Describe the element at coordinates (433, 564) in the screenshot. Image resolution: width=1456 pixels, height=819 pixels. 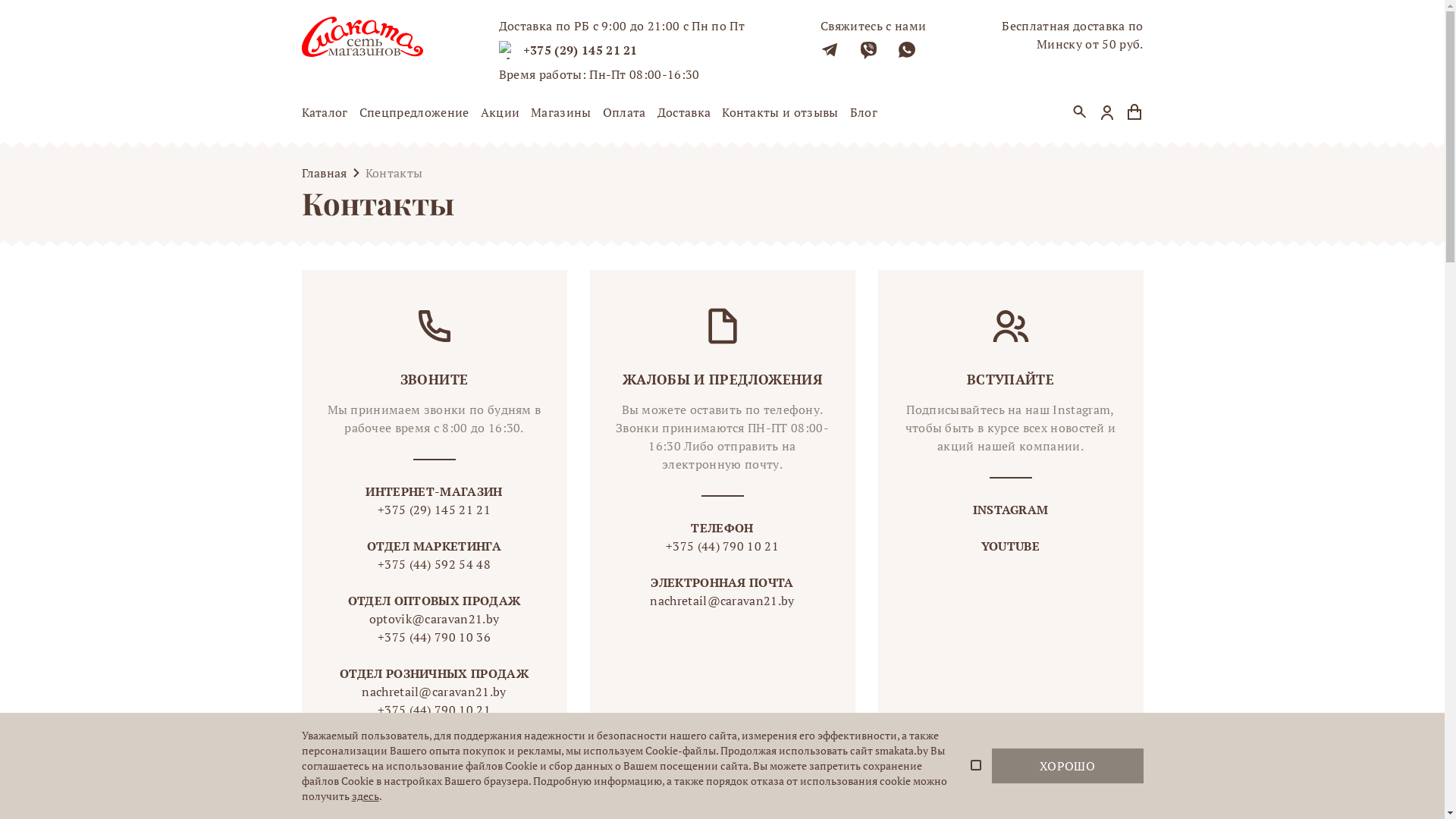
I see `'+375 (44) 592 54 48'` at that location.